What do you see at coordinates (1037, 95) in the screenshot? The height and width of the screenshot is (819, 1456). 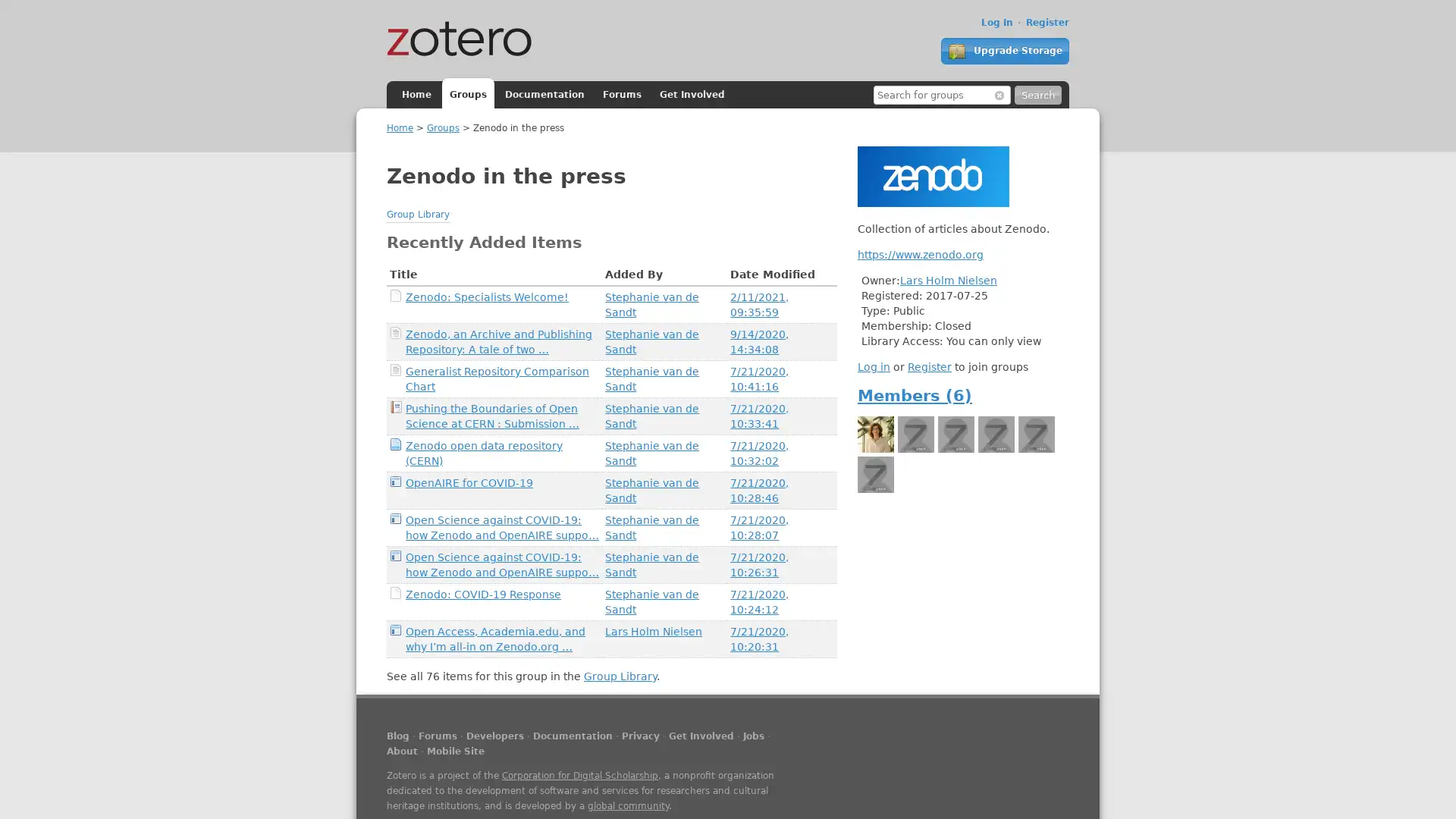 I see `Search` at bounding box center [1037, 95].